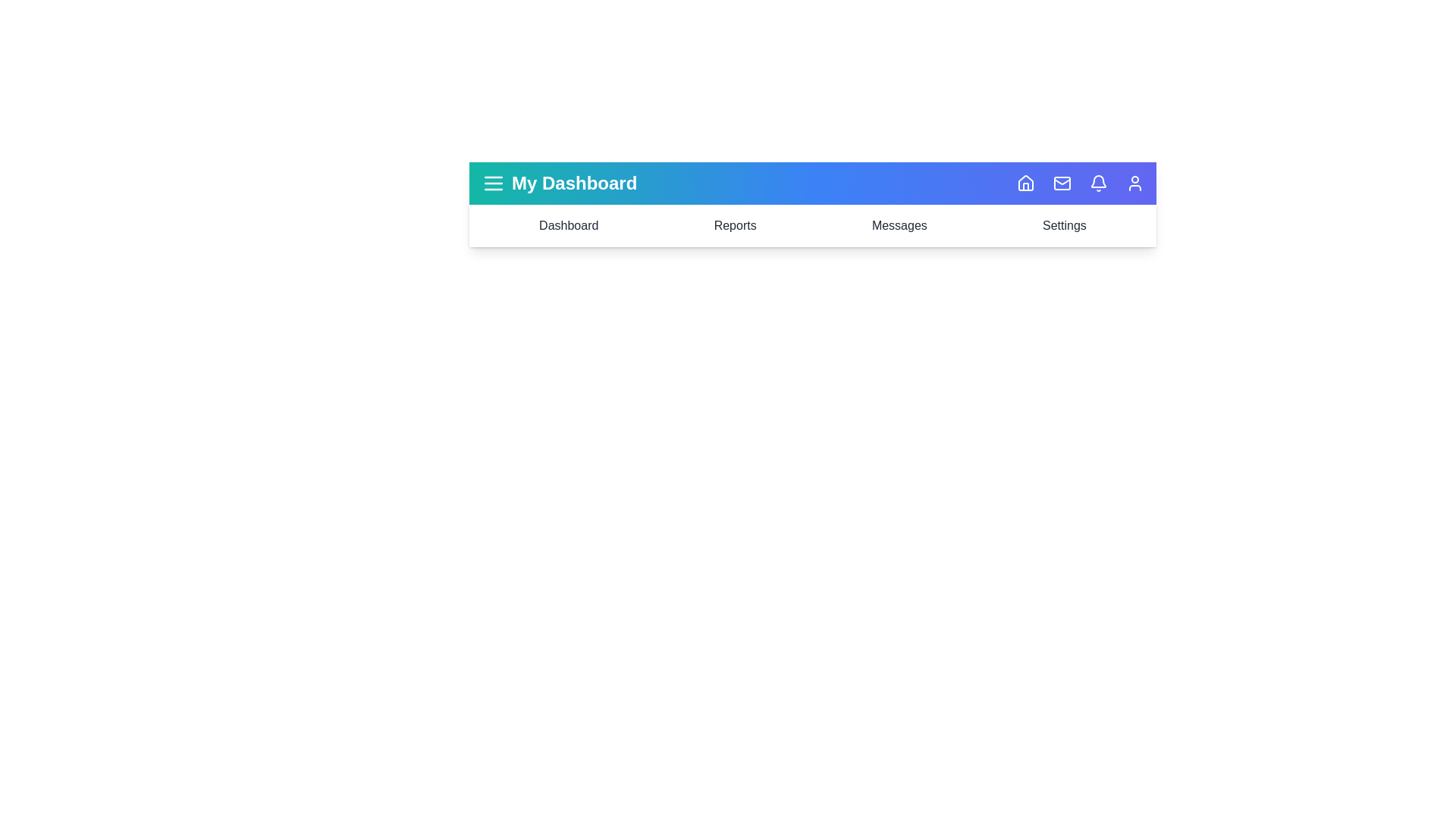 This screenshot has height=819, width=1456. What do you see at coordinates (1135, 183) in the screenshot?
I see `the user icon in the top bar` at bounding box center [1135, 183].